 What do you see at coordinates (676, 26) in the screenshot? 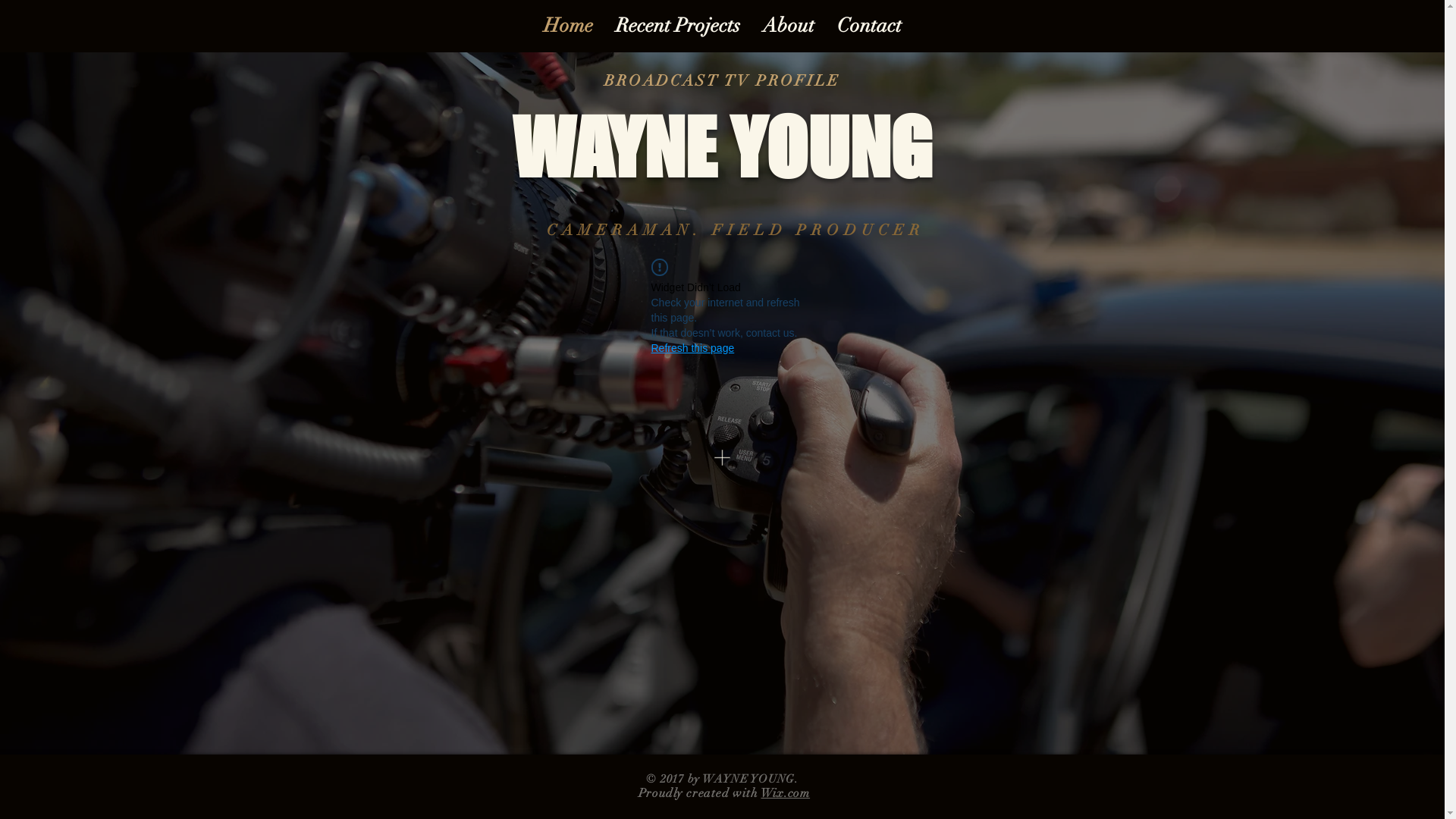
I see `'Recent Projects'` at bounding box center [676, 26].